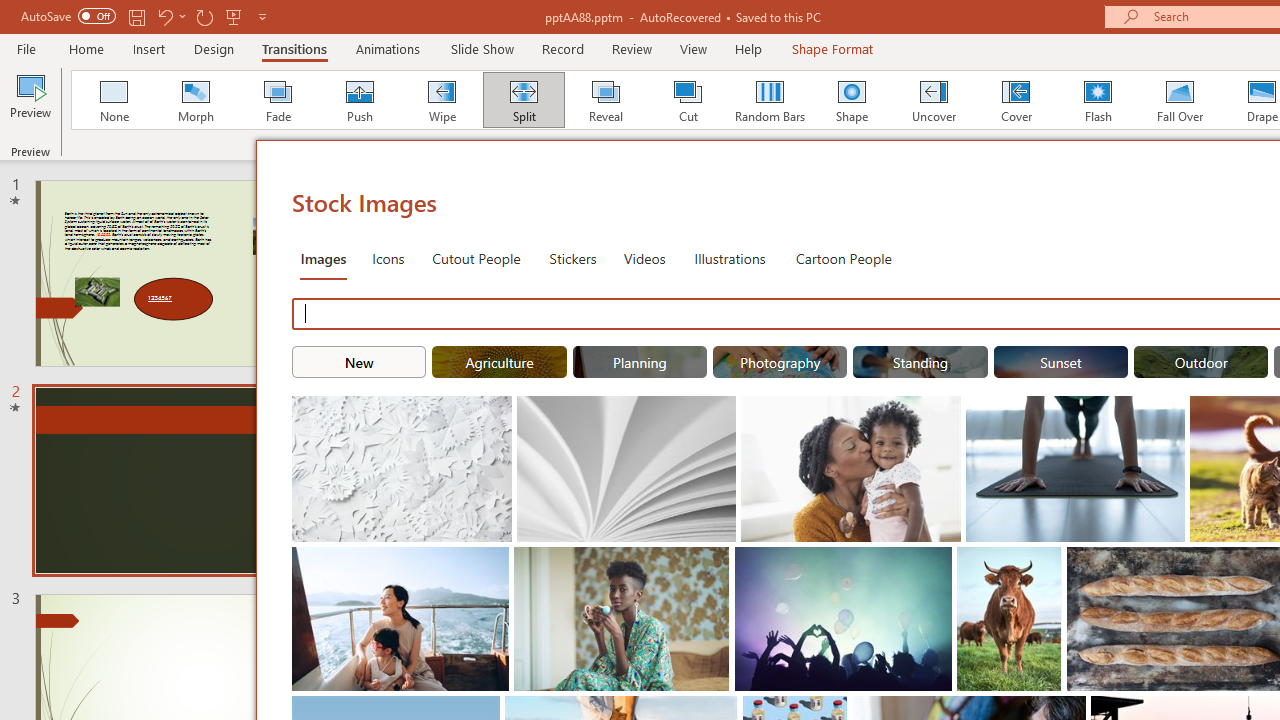 This screenshot has height=720, width=1280. I want to click on 'Shape', so click(852, 100).